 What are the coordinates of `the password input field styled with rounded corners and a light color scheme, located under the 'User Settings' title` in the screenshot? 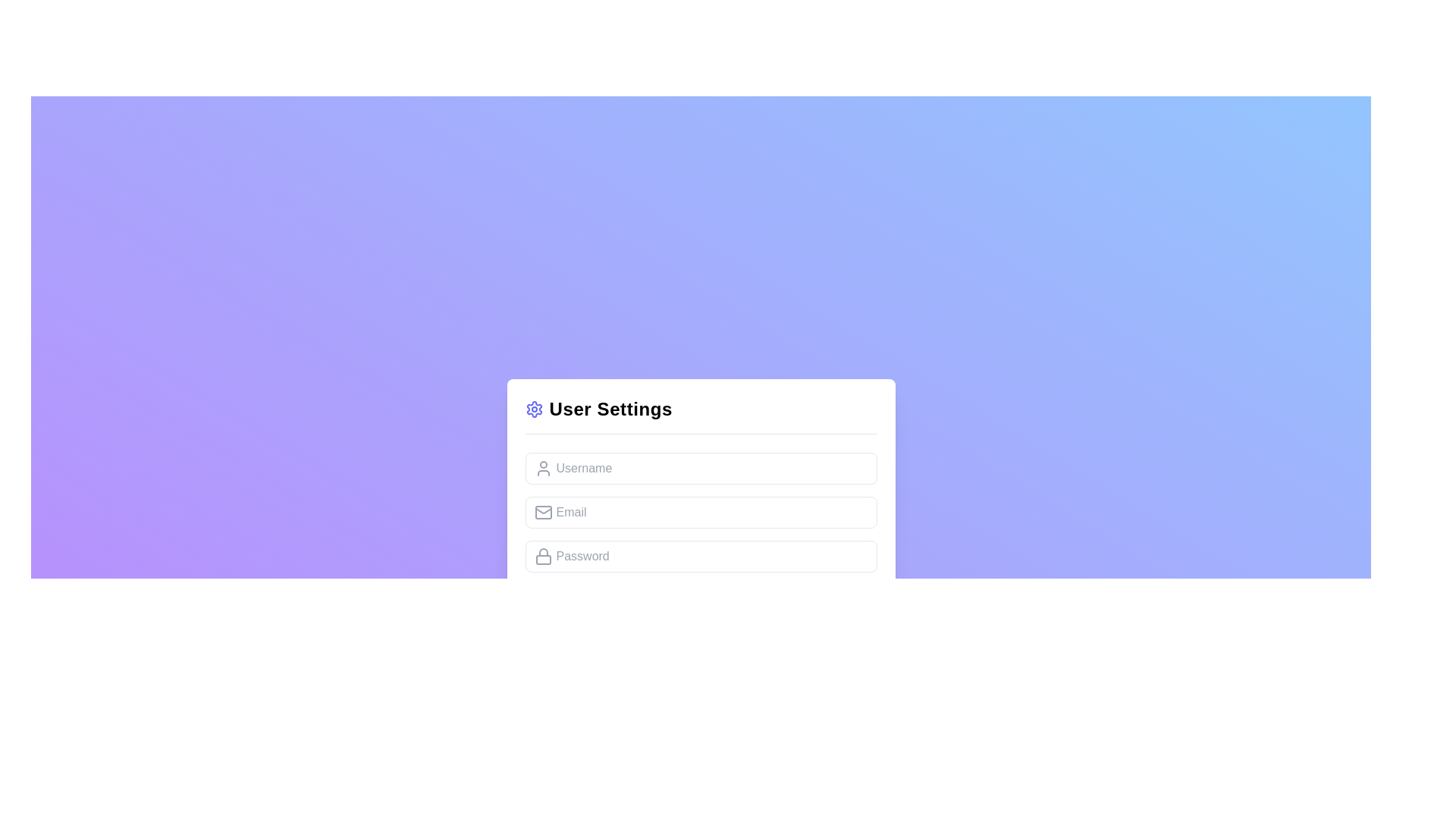 It's located at (700, 556).